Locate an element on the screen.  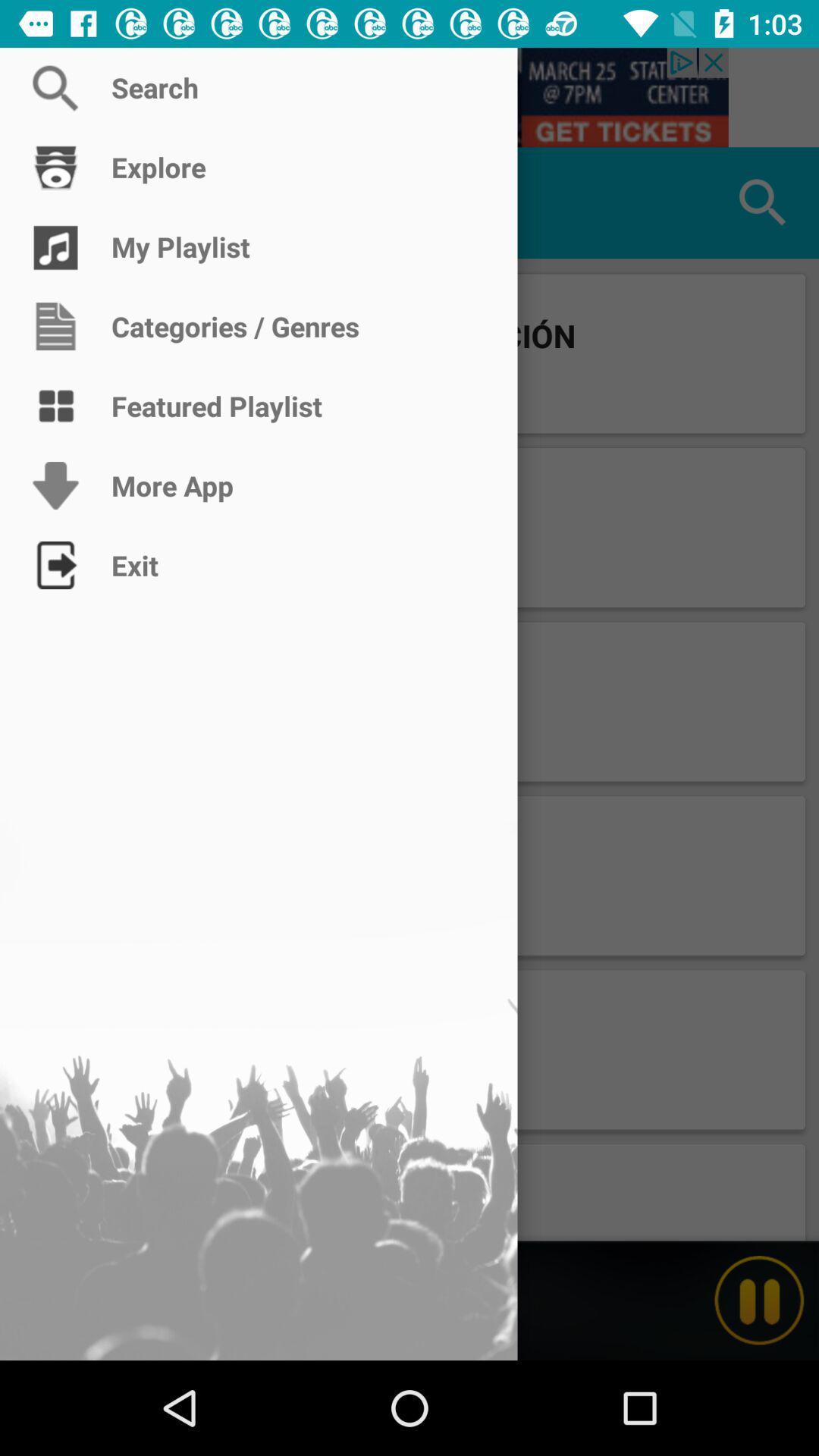
pause playback is located at coordinates (759, 1300).